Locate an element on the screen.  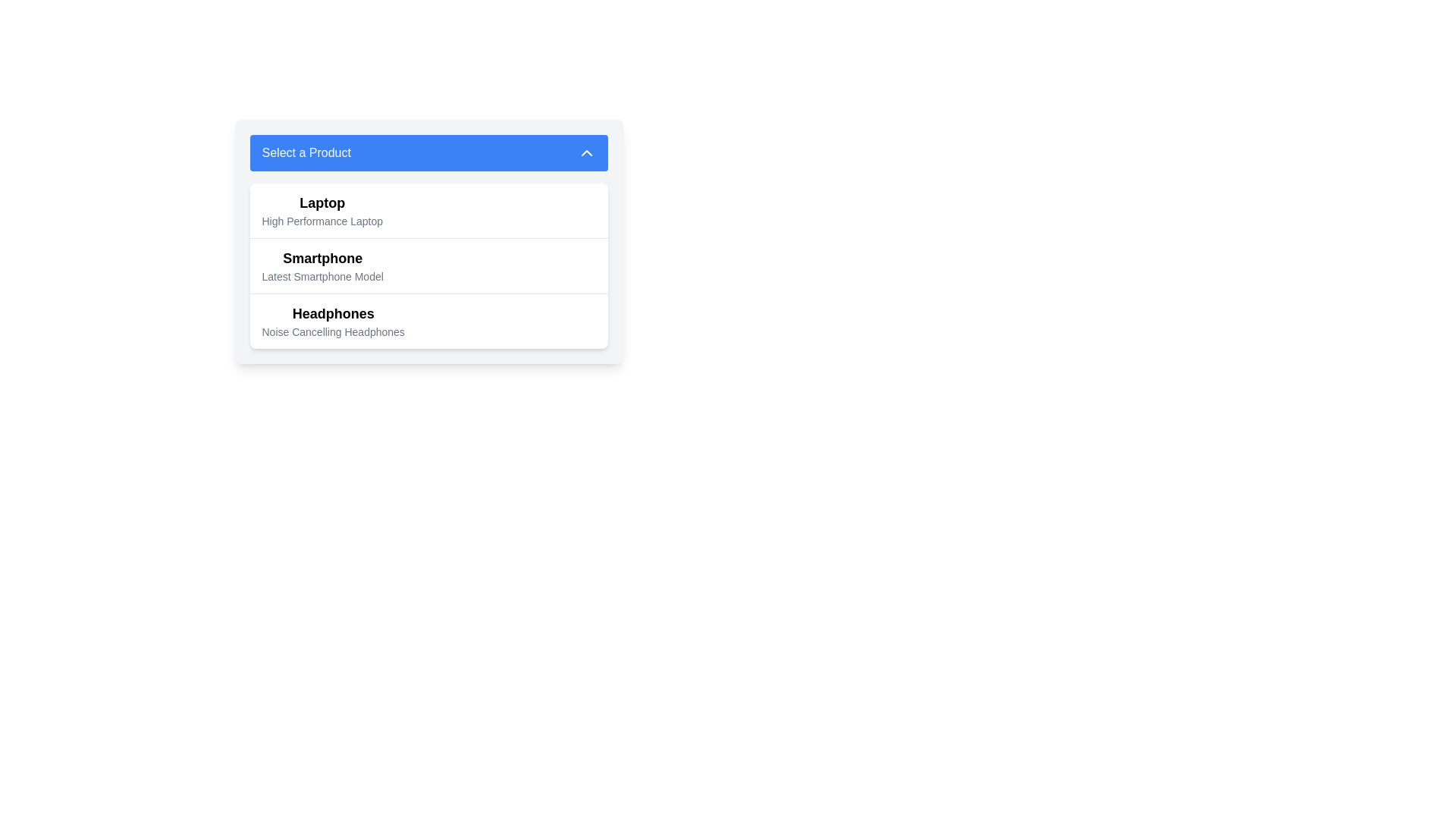
the selectable product entry labeled 'Laptop' in the dropdown list is located at coordinates (428, 210).